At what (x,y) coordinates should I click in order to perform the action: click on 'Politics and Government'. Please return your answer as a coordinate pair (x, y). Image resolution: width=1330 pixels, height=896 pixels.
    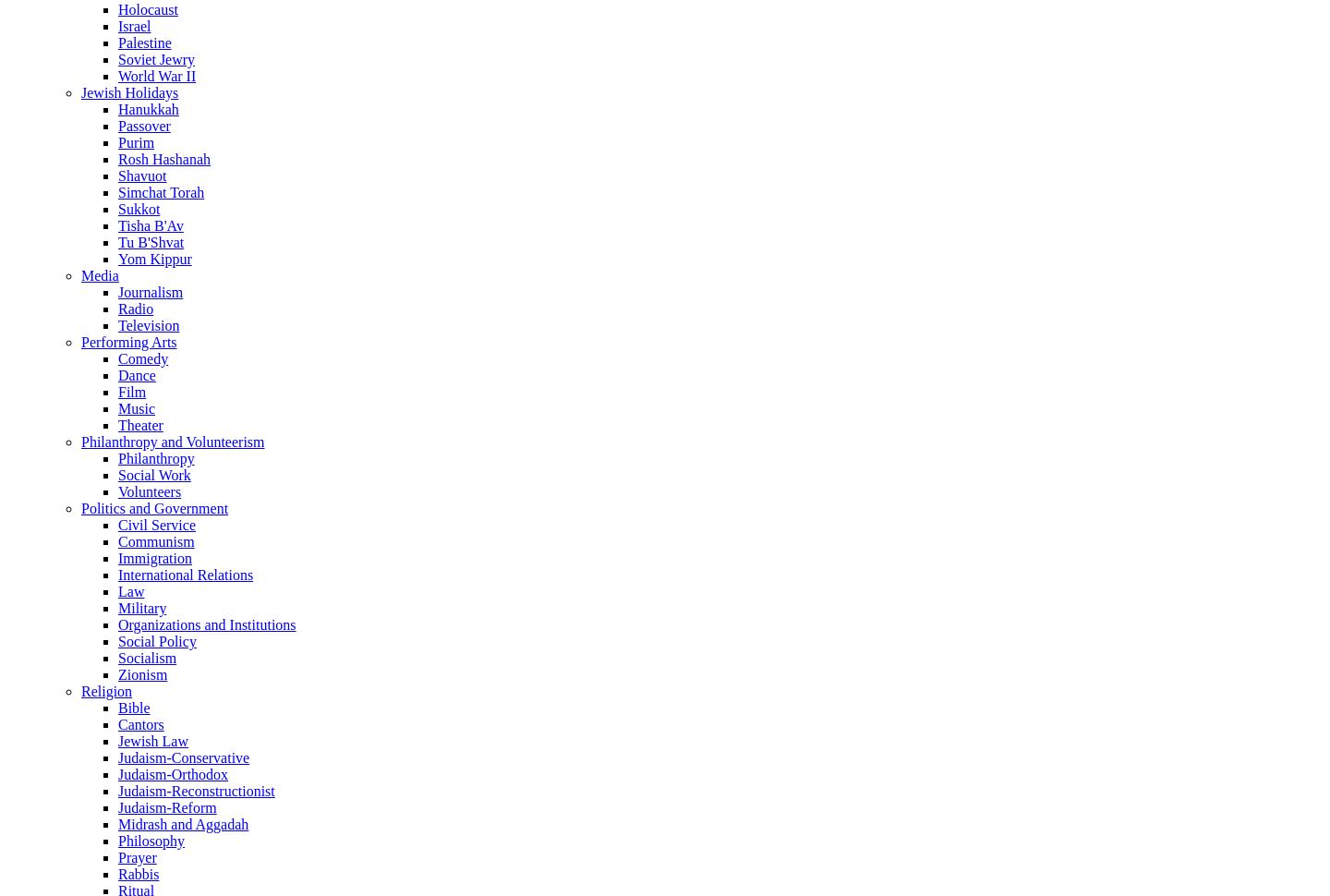
    Looking at the image, I should click on (80, 506).